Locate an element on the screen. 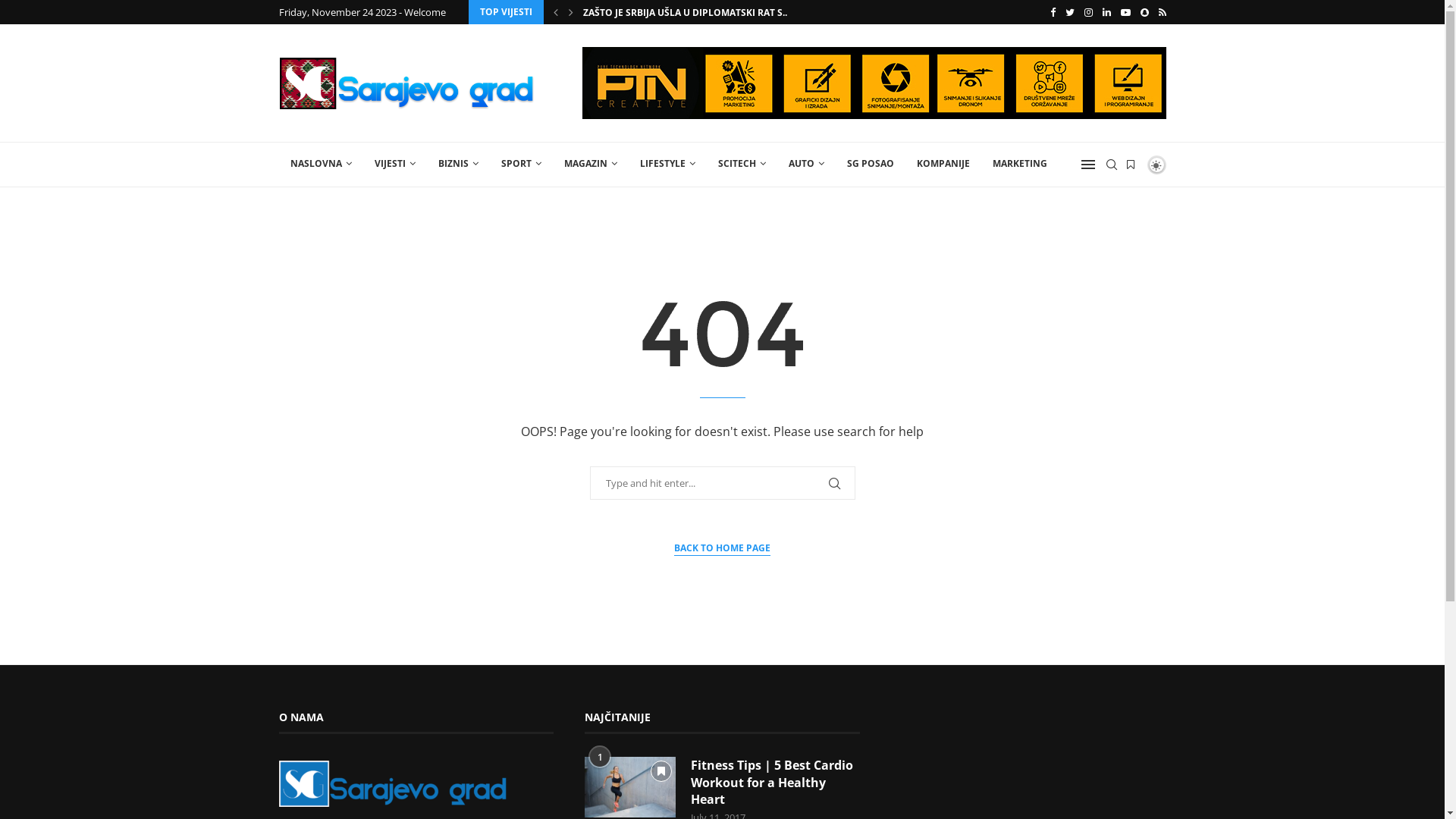 Image resolution: width=1456 pixels, height=819 pixels. 'Fitness Tips | 5 Best Cardio Workout for a Healthy Heart' is located at coordinates (629, 786).